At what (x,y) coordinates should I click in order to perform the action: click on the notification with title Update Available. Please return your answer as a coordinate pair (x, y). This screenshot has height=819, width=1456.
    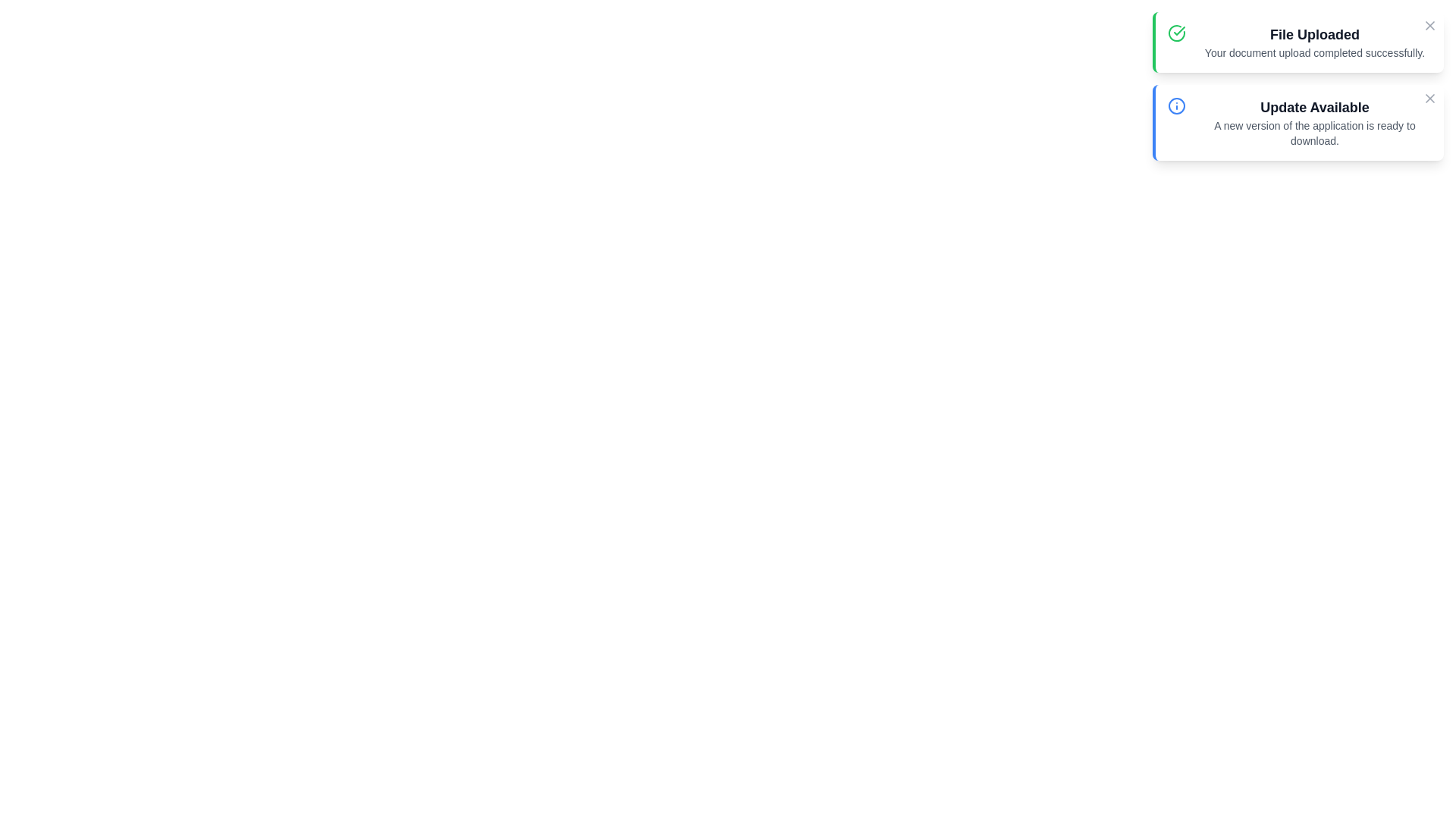
    Looking at the image, I should click on (1298, 122).